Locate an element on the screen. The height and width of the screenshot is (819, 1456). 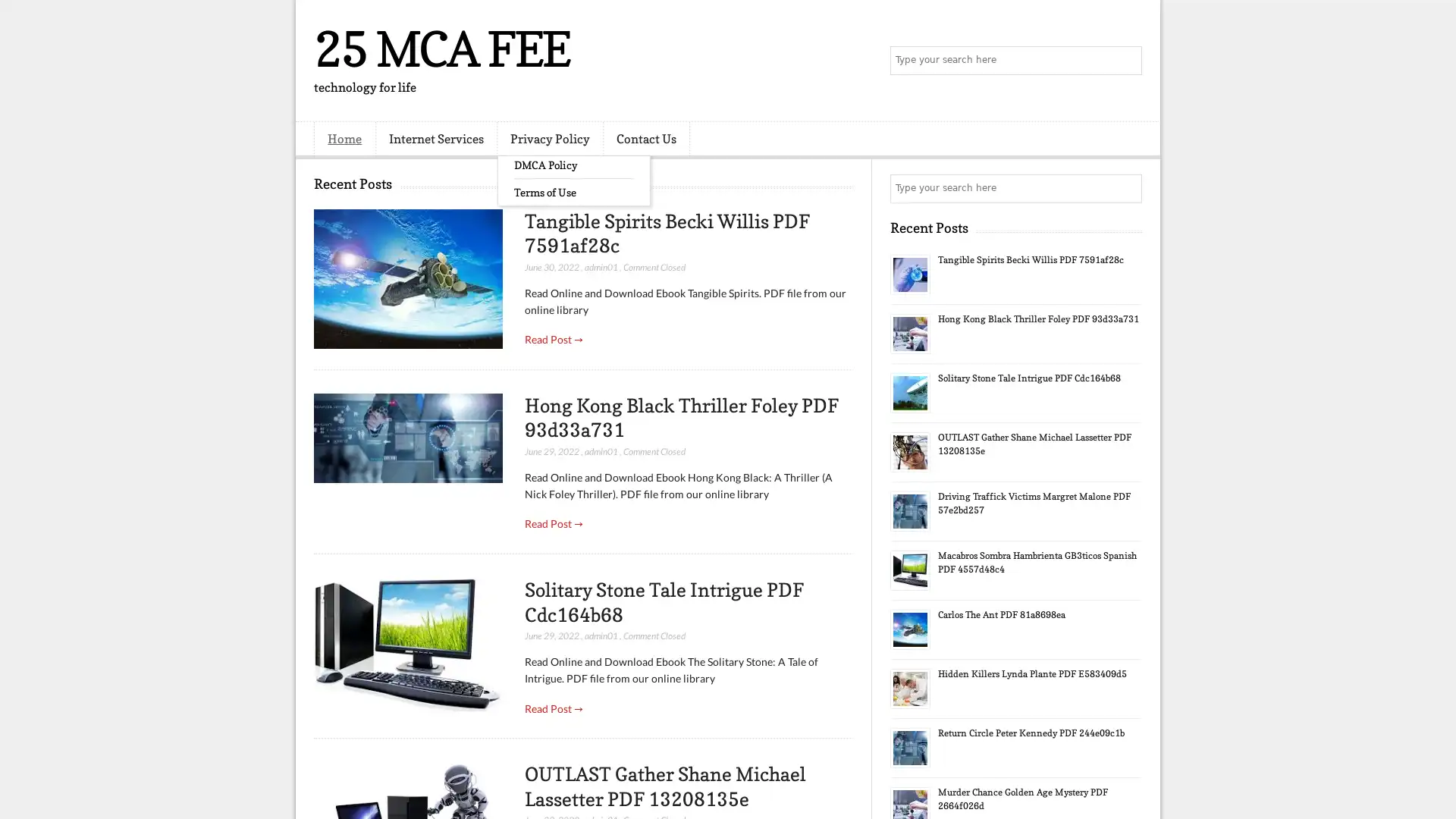
Search is located at coordinates (1126, 188).